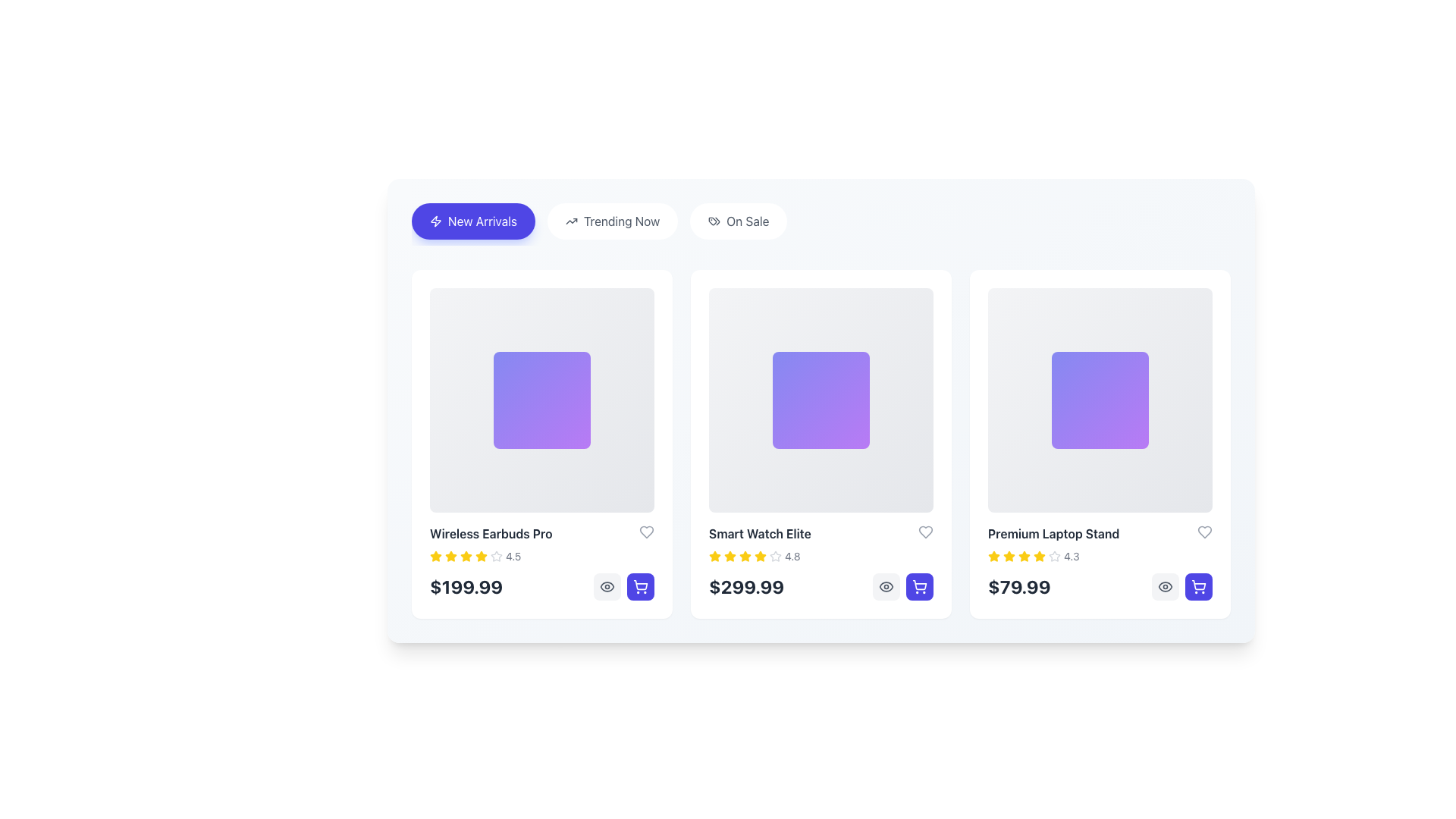 The height and width of the screenshot is (819, 1456). I want to click on the second yellow star icon in the ratings section under the product 'Wireless Earbuds Pro', so click(480, 556).